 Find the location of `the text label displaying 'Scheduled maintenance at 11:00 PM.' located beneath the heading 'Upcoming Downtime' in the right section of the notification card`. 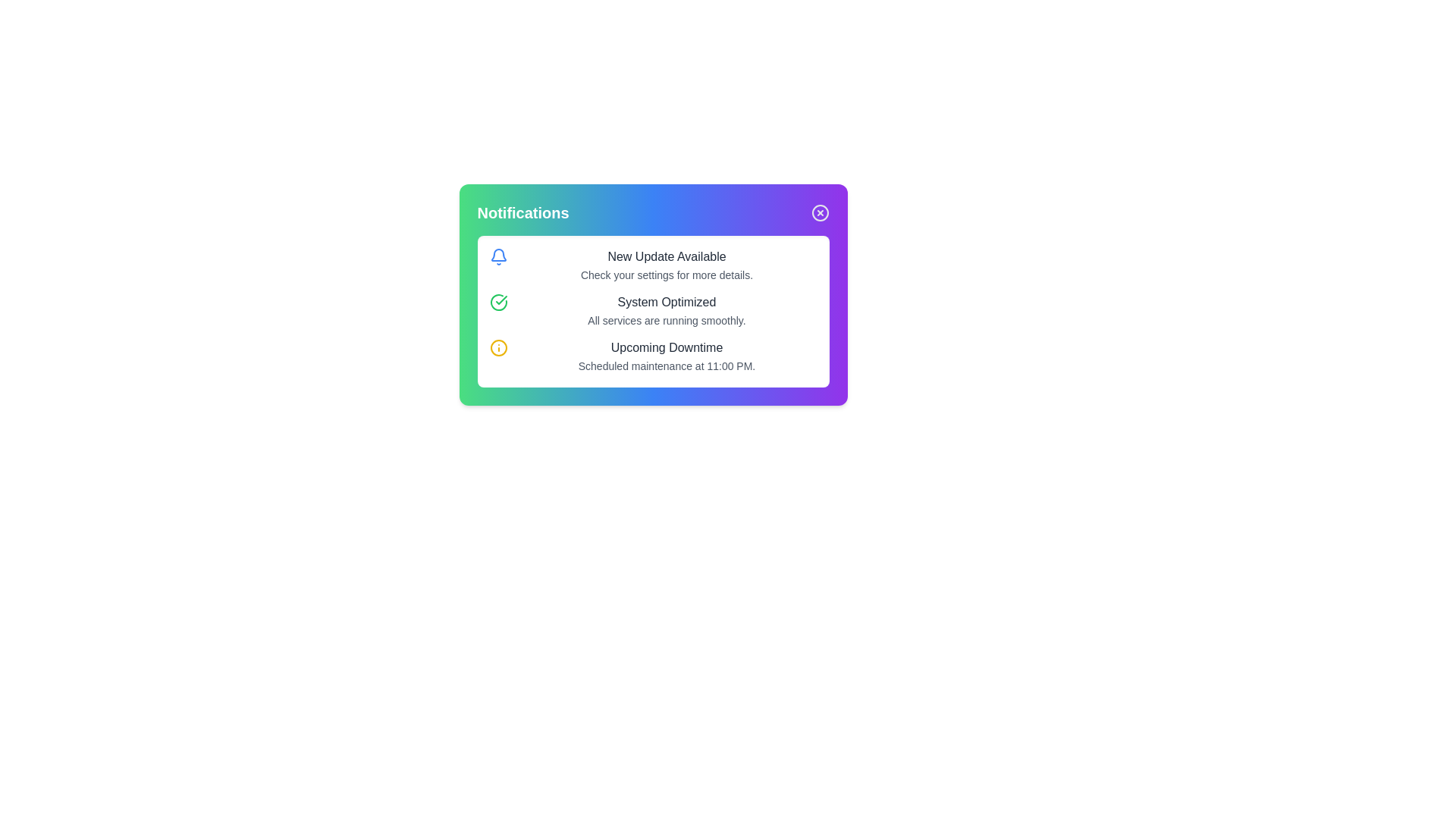

the text label displaying 'Scheduled maintenance at 11:00 PM.' located beneath the heading 'Upcoming Downtime' in the right section of the notification card is located at coordinates (667, 366).